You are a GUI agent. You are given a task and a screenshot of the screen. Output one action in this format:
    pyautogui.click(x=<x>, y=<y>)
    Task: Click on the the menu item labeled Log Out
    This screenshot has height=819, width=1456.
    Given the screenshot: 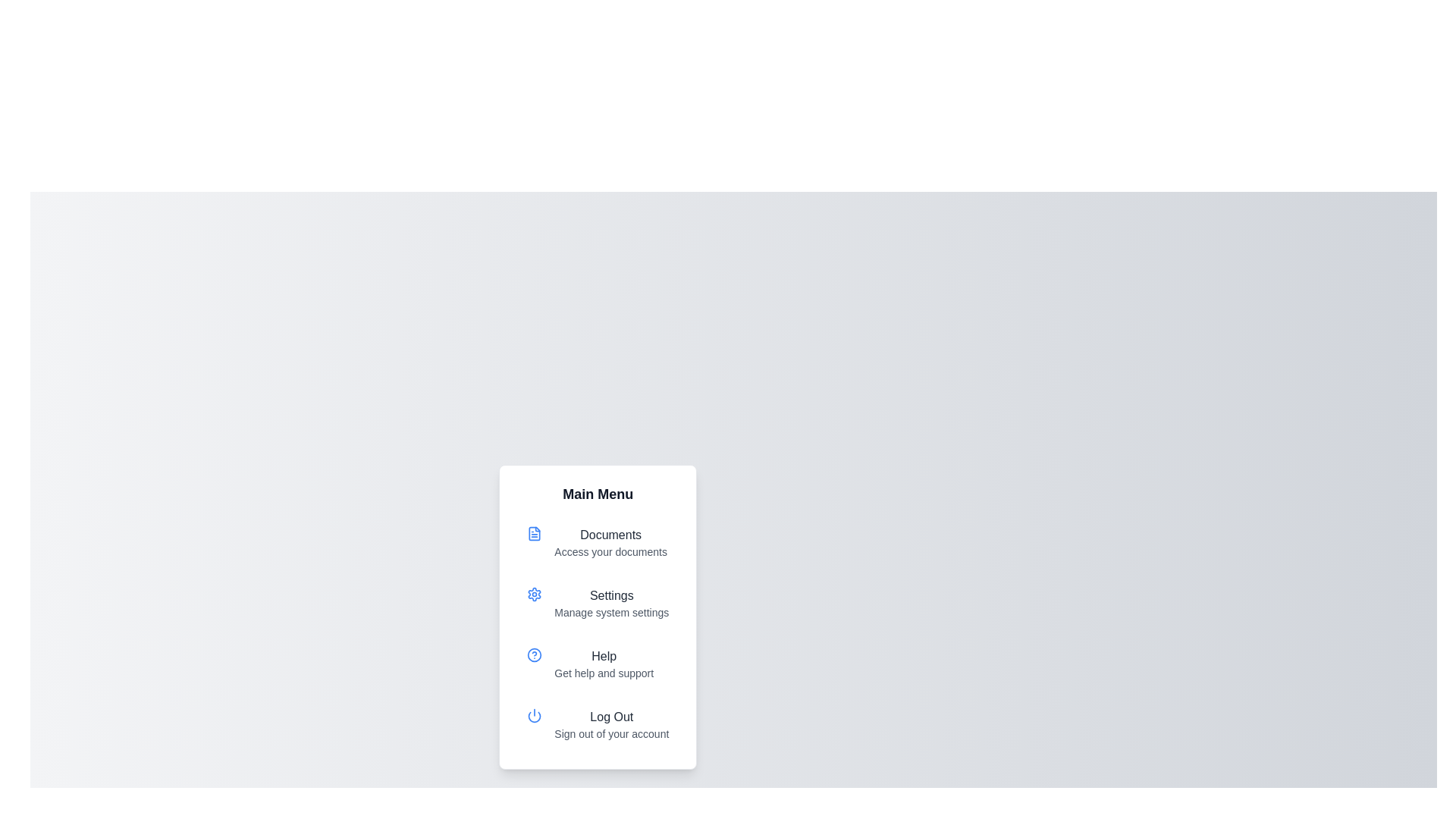 What is the action you would take?
    pyautogui.click(x=597, y=724)
    